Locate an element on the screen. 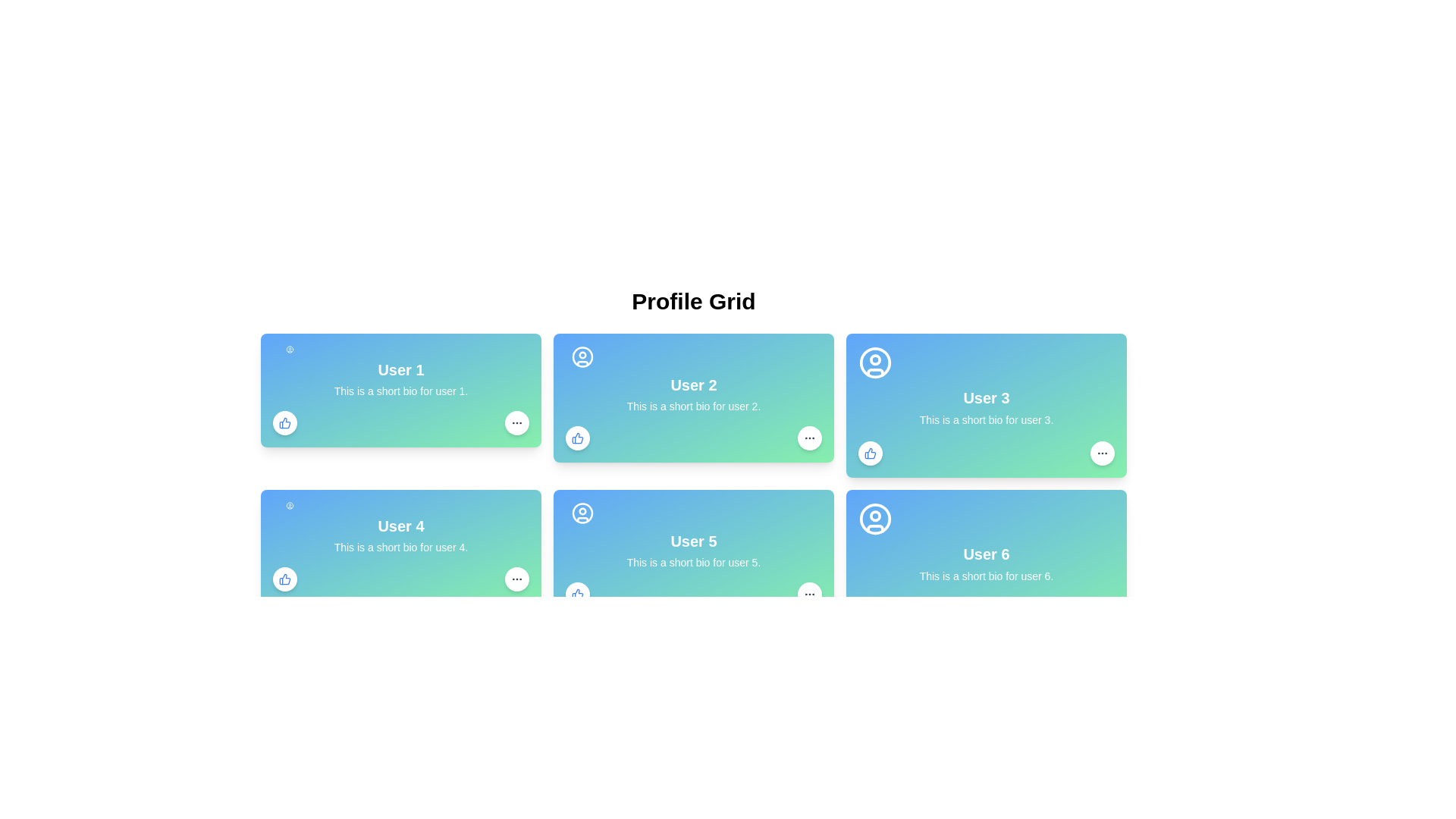  the menu trigger button located in the bottom-right corner of the 'User 6' card is located at coordinates (516, 734).